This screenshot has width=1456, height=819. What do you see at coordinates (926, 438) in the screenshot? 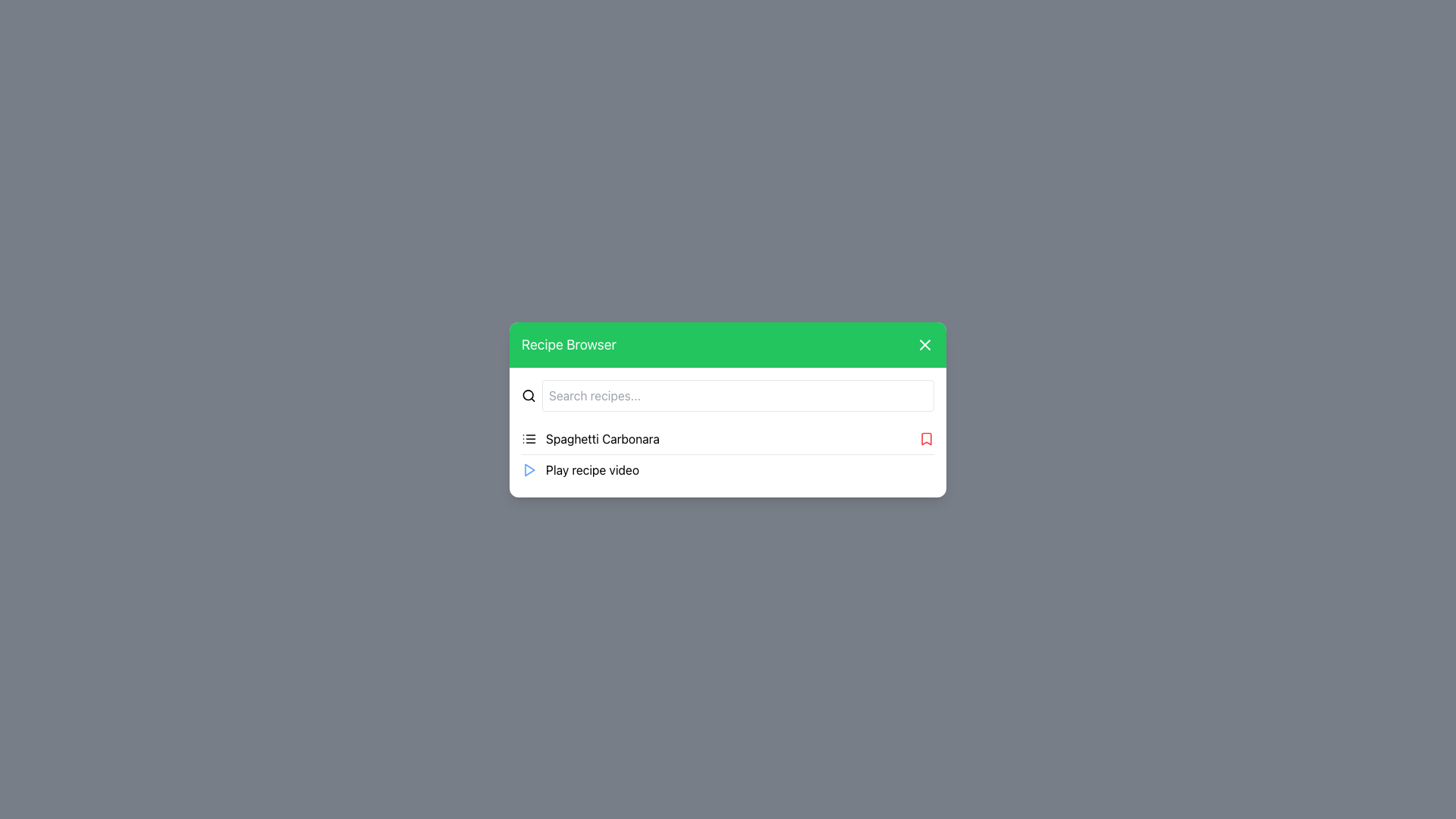
I see `the icon button located to the far right of the text 'Spaghetti Carbonara'` at bounding box center [926, 438].